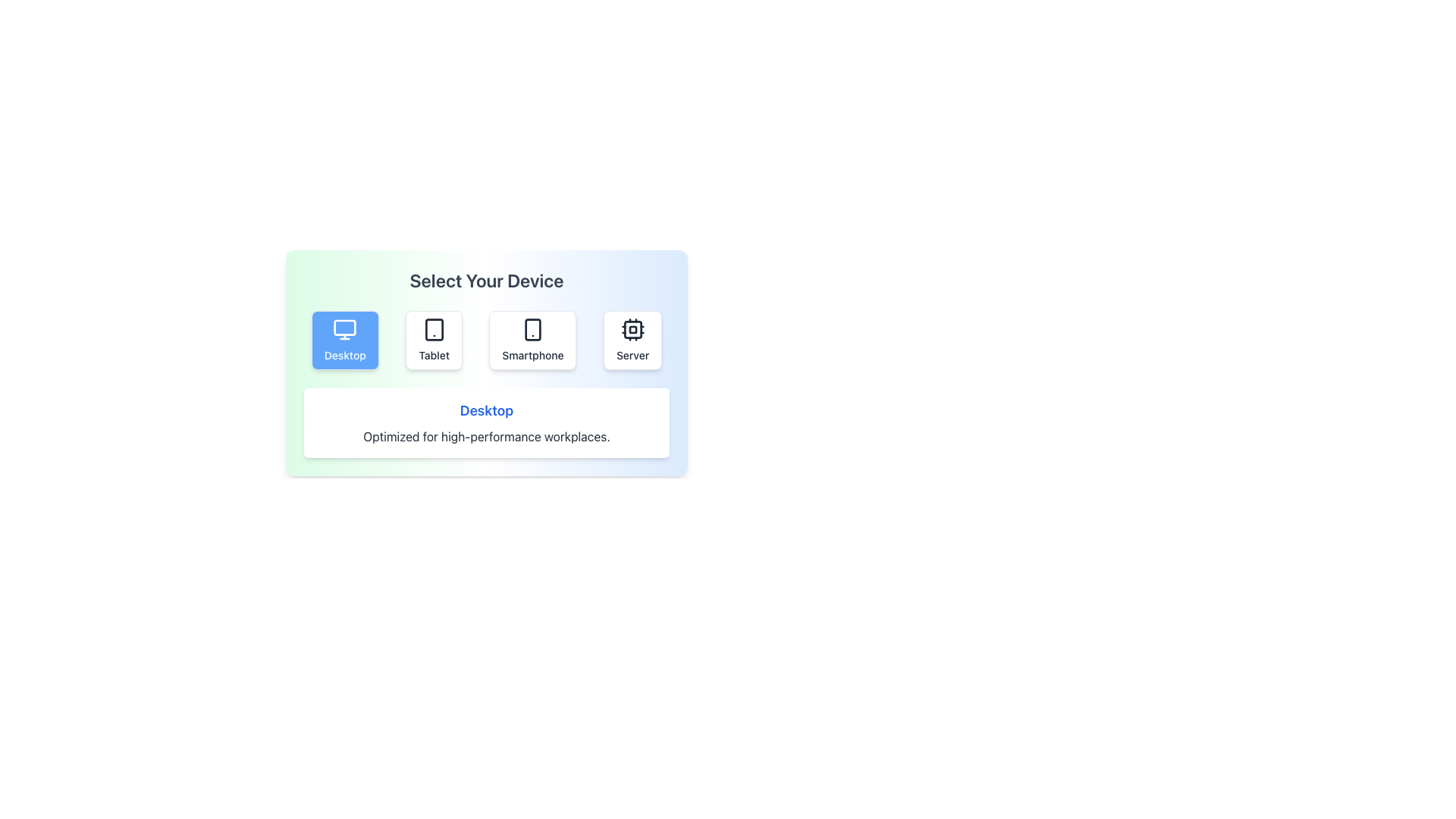 The image size is (1456, 819). I want to click on the 'Server' label, which is styled with a medium small font and is located below the CPU icon in the fourth option of the device selection row under 'Select Your Device', so click(632, 356).